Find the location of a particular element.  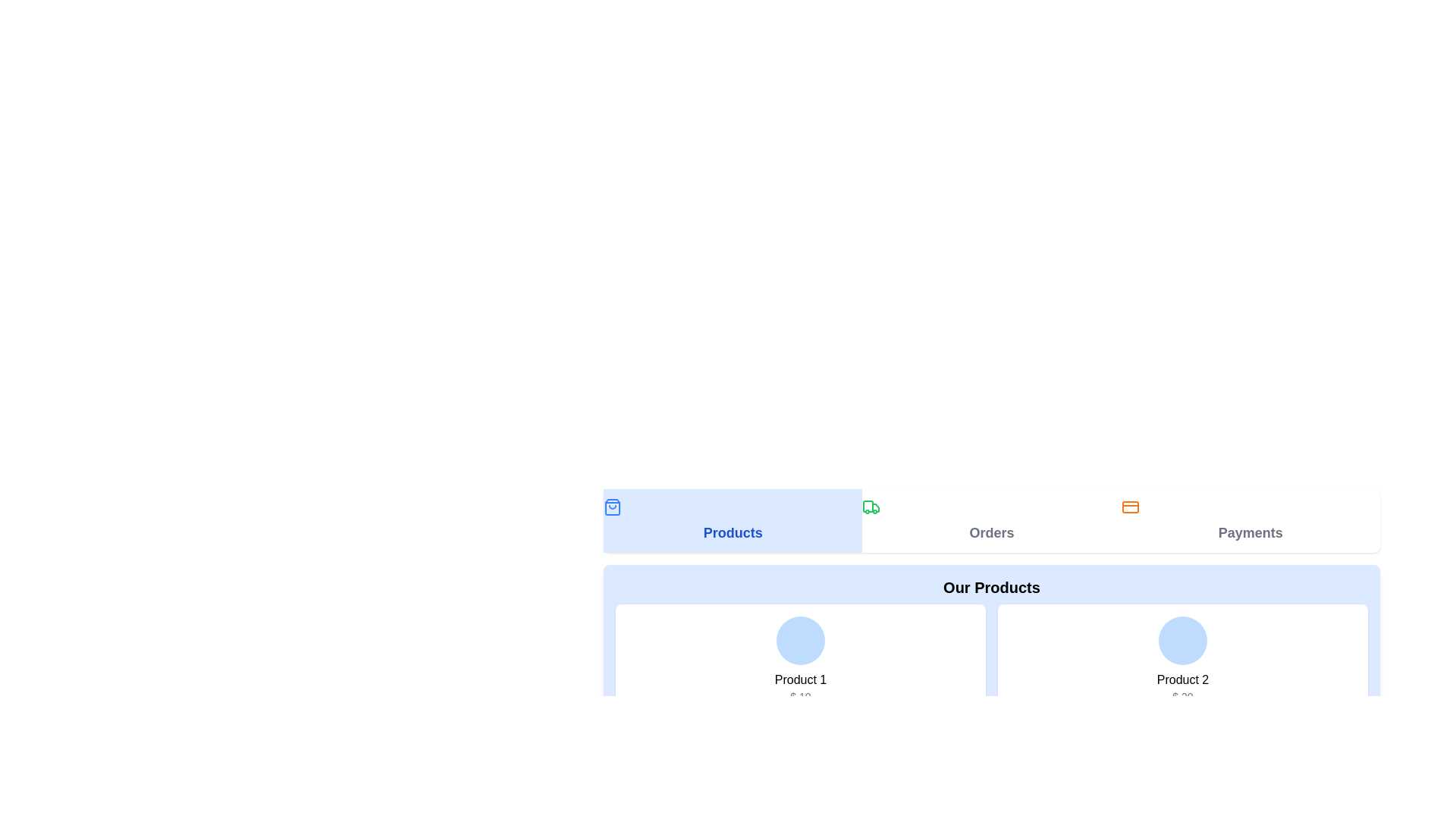

the 'Orders' text label to change its color from gray to blue is located at coordinates (991, 532).